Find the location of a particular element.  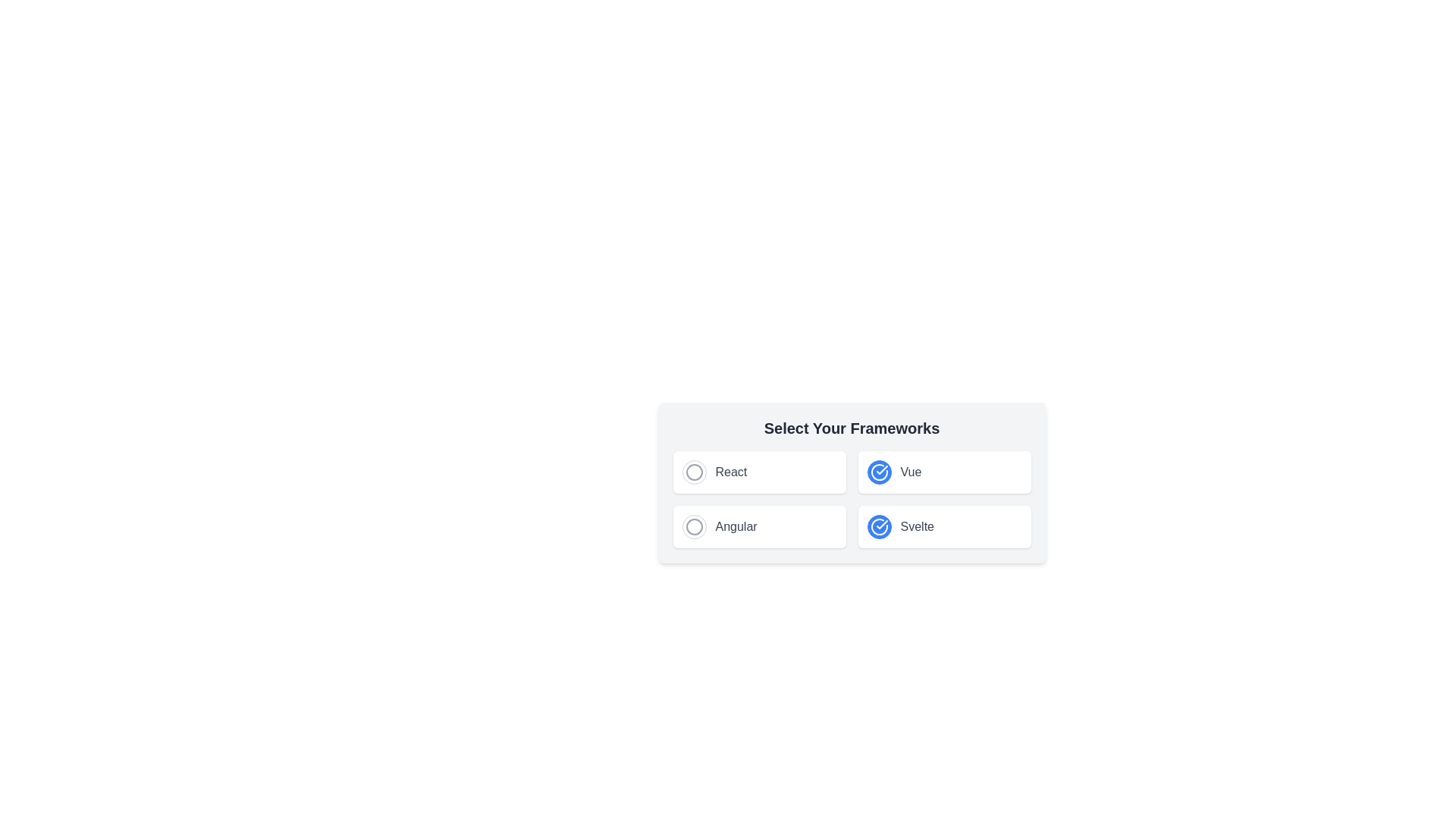

the text label that displays 'Vue', which is styled with a medium-weight font and gray color, located in the top-right quadrant of the 'Select Your Frameworks' section, to the right of a blue circular icon with a checkmark is located at coordinates (910, 472).